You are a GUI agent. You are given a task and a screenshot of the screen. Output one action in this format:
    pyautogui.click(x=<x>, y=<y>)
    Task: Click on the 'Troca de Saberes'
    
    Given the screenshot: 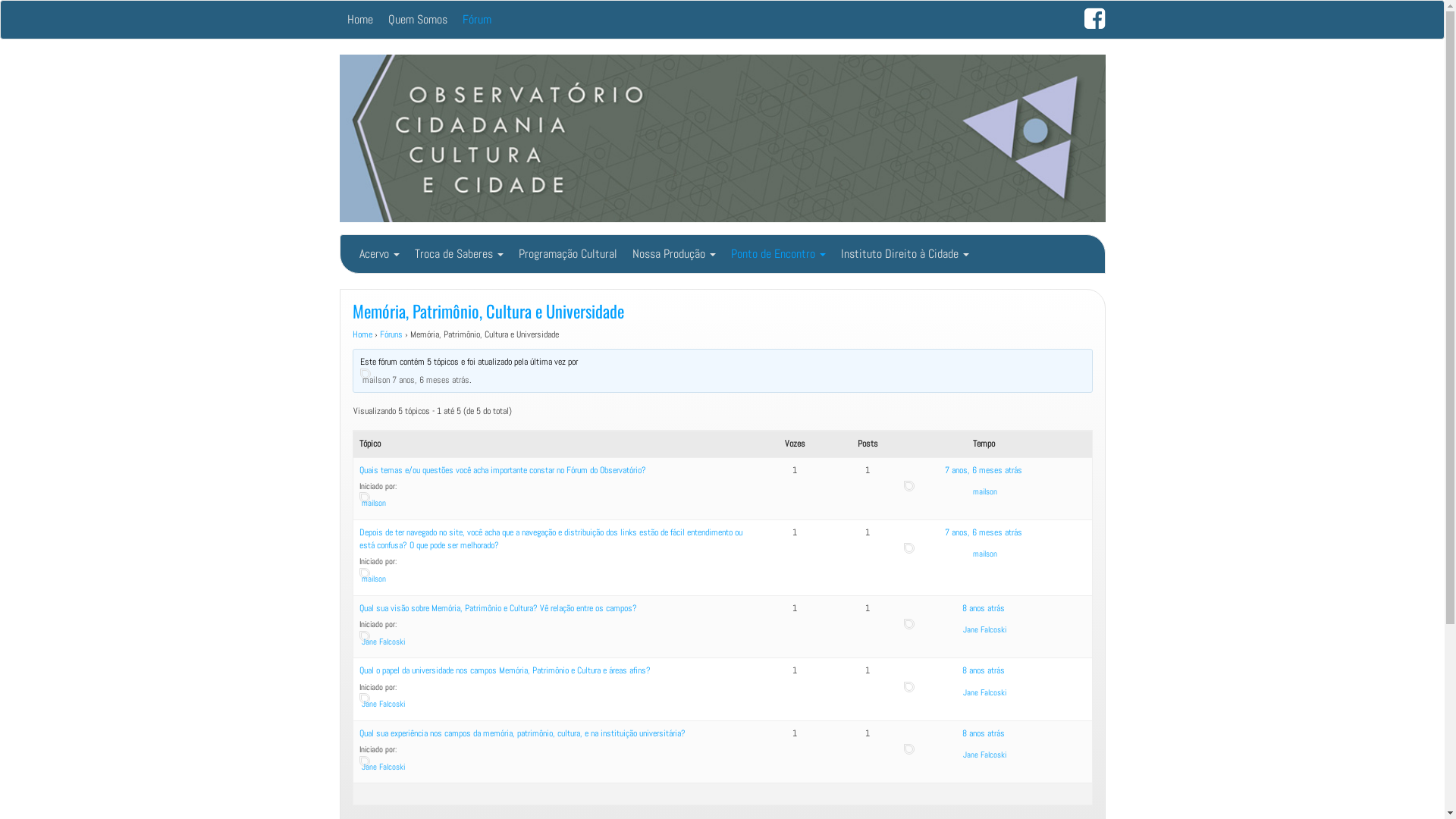 What is the action you would take?
    pyautogui.click(x=457, y=253)
    